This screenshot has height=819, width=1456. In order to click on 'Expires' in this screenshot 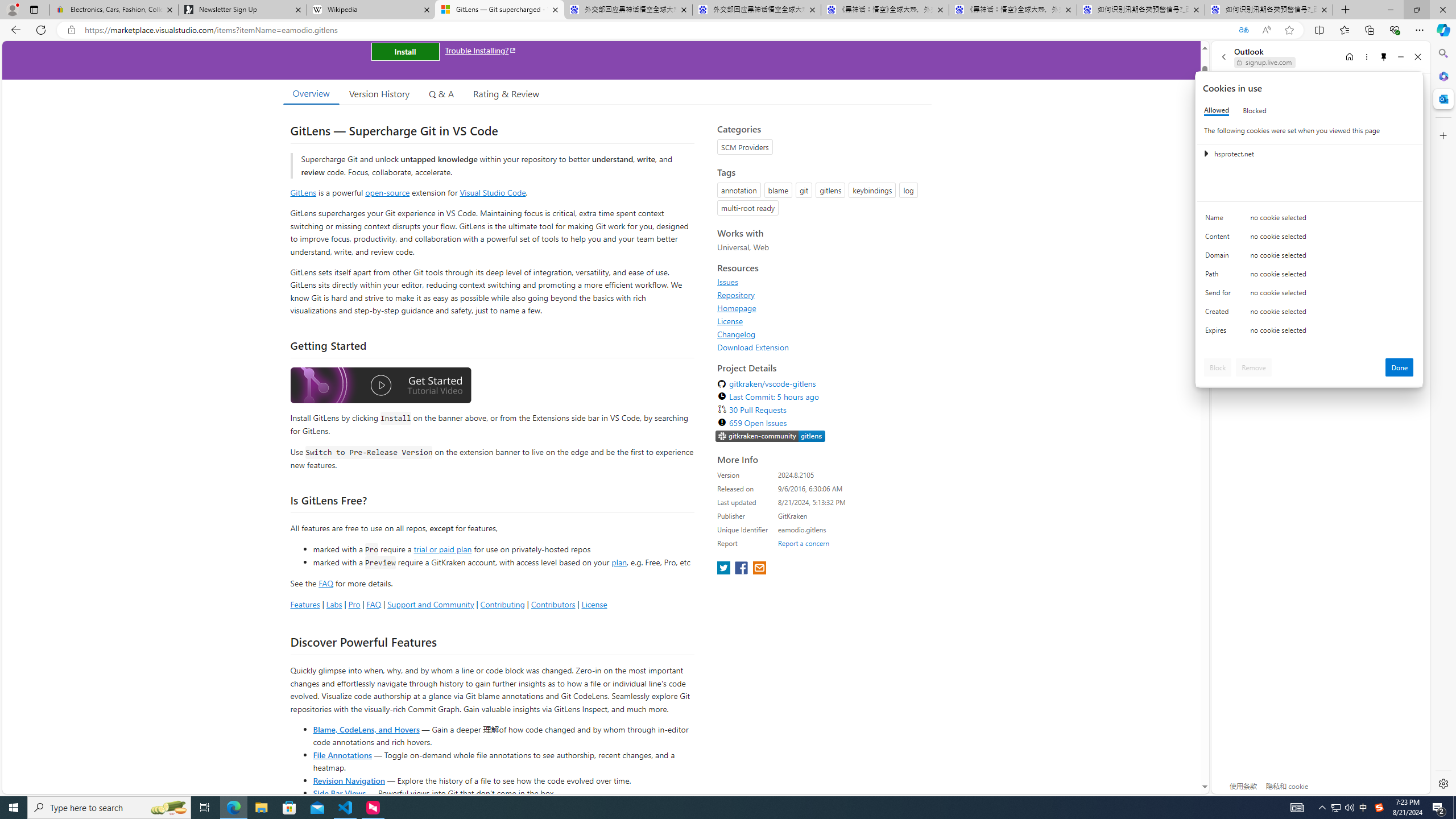, I will do `click(1219, 333)`.